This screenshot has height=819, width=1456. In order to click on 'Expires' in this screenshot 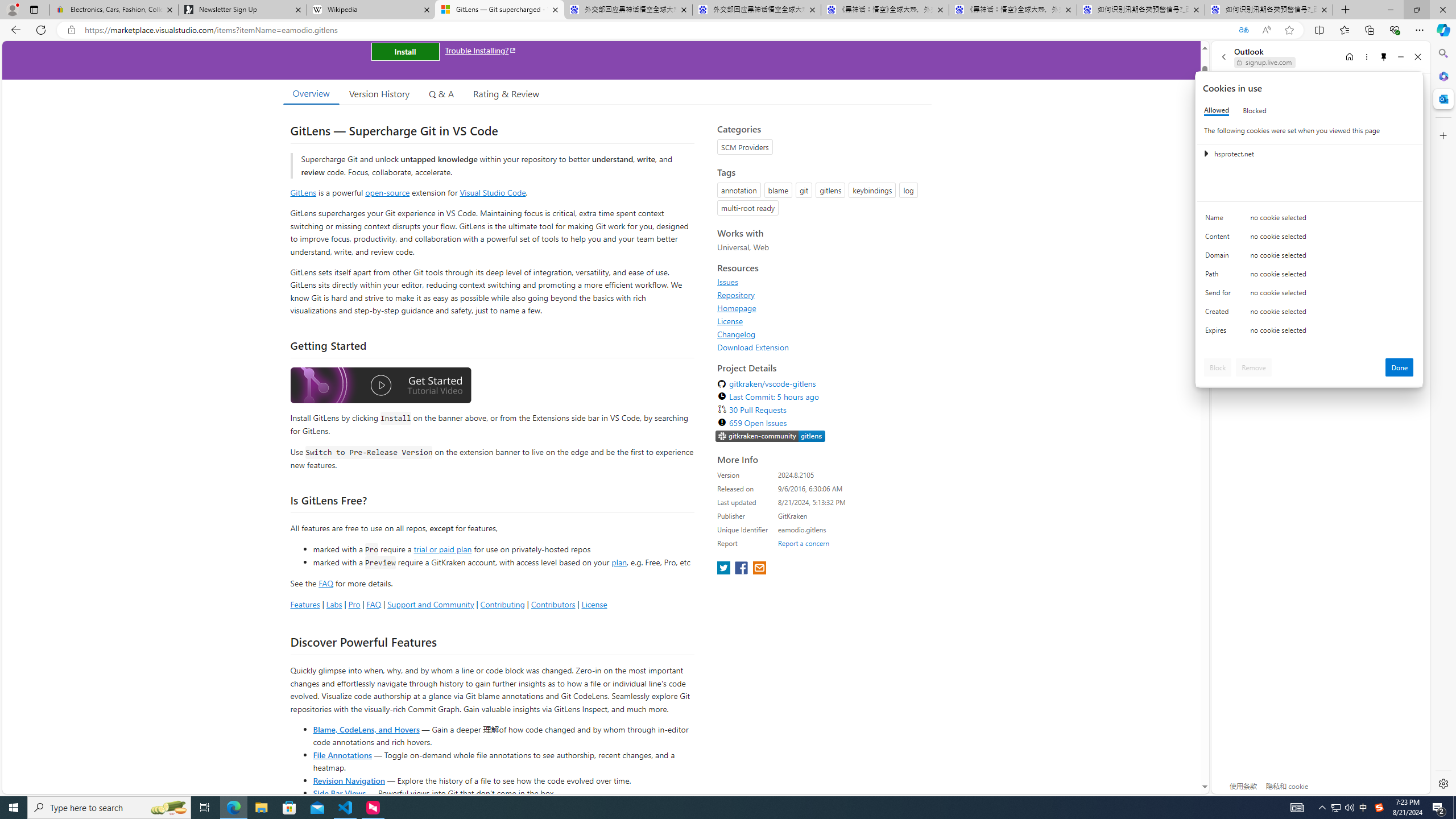, I will do `click(1219, 333)`.